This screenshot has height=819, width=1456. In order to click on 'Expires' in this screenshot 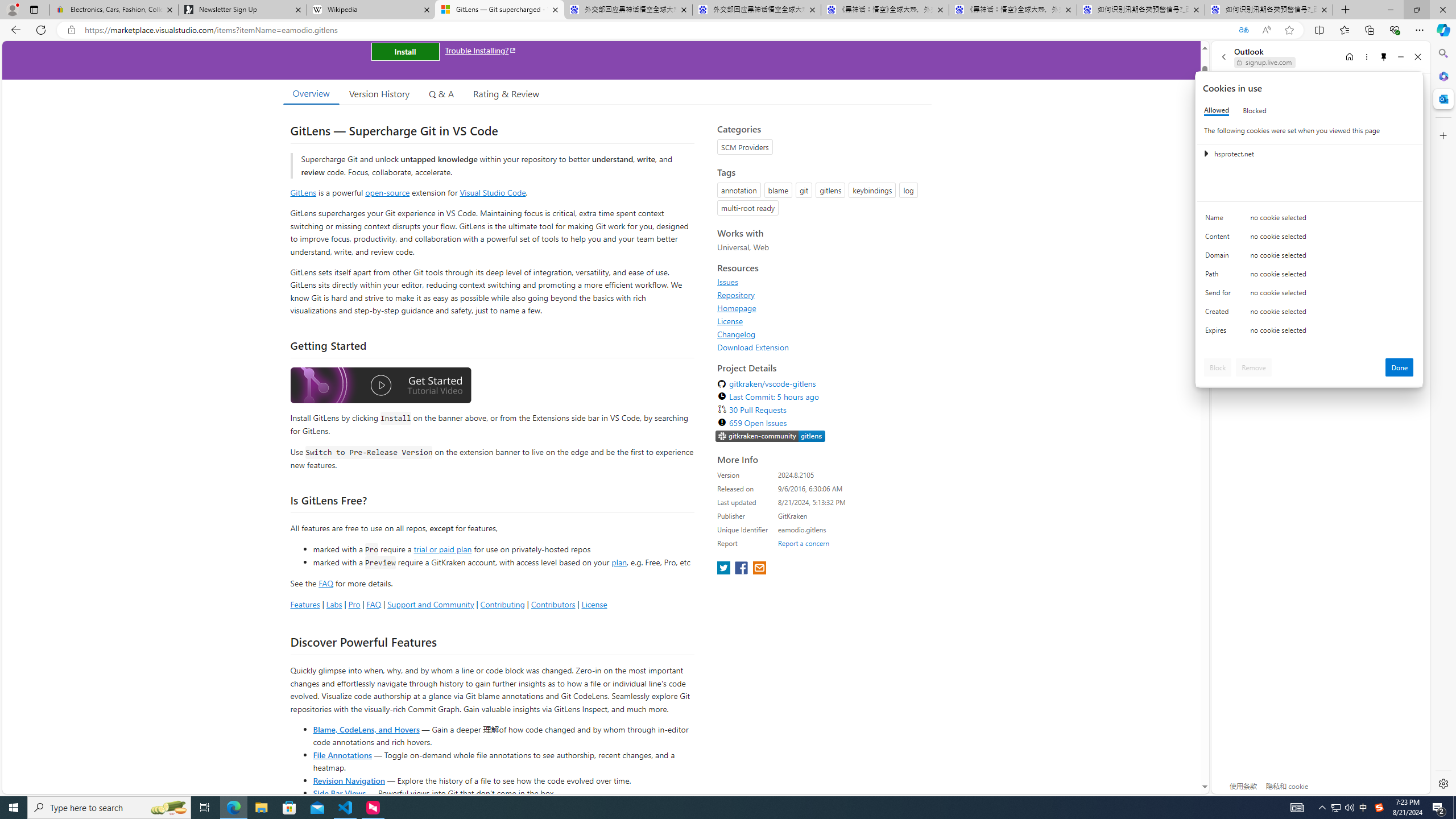, I will do `click(1219, 333)`.